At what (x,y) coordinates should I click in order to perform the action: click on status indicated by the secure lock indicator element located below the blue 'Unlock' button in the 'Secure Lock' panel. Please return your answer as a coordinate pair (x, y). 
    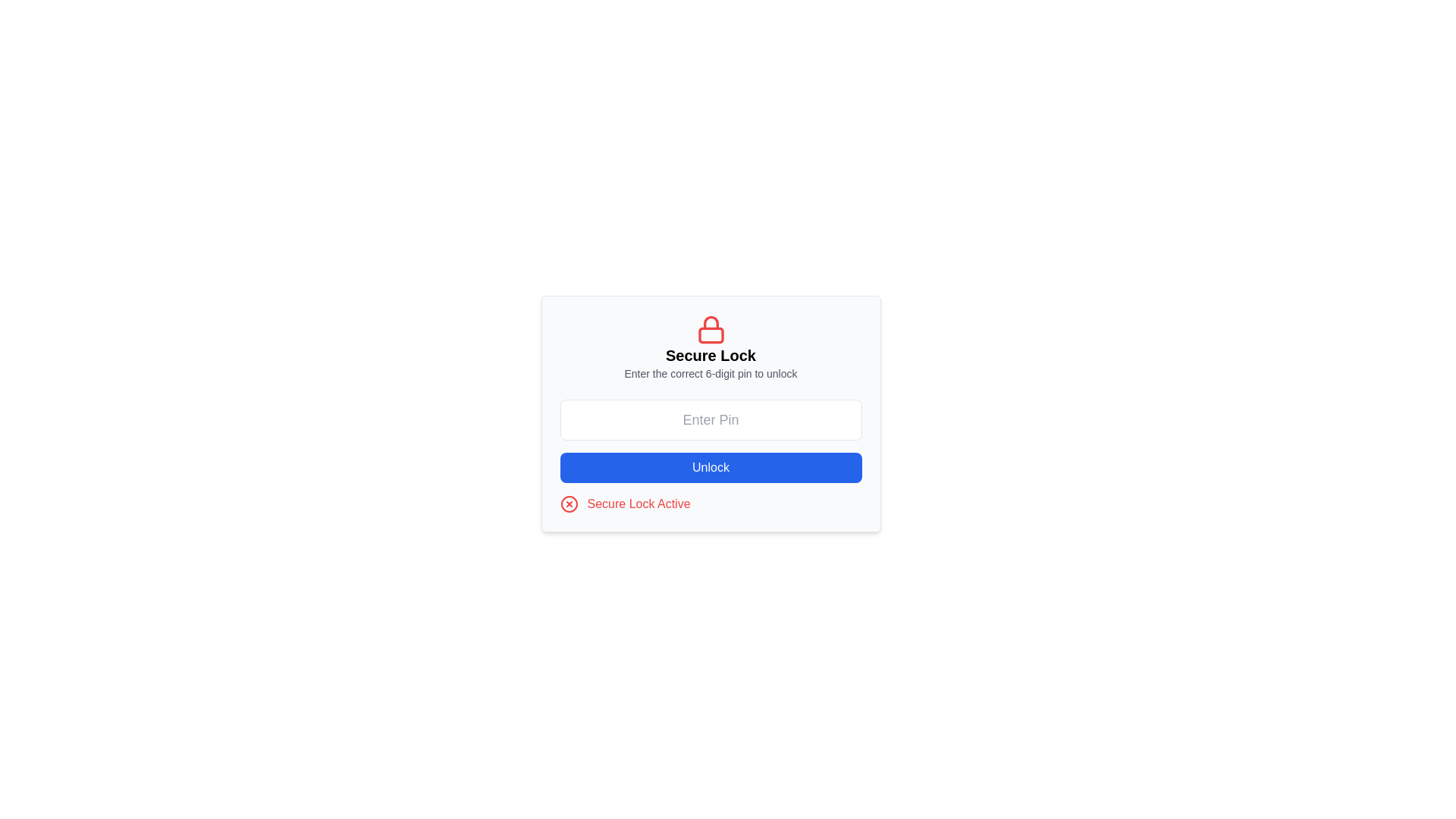
    Looking at the image, I should click on (710, 504).